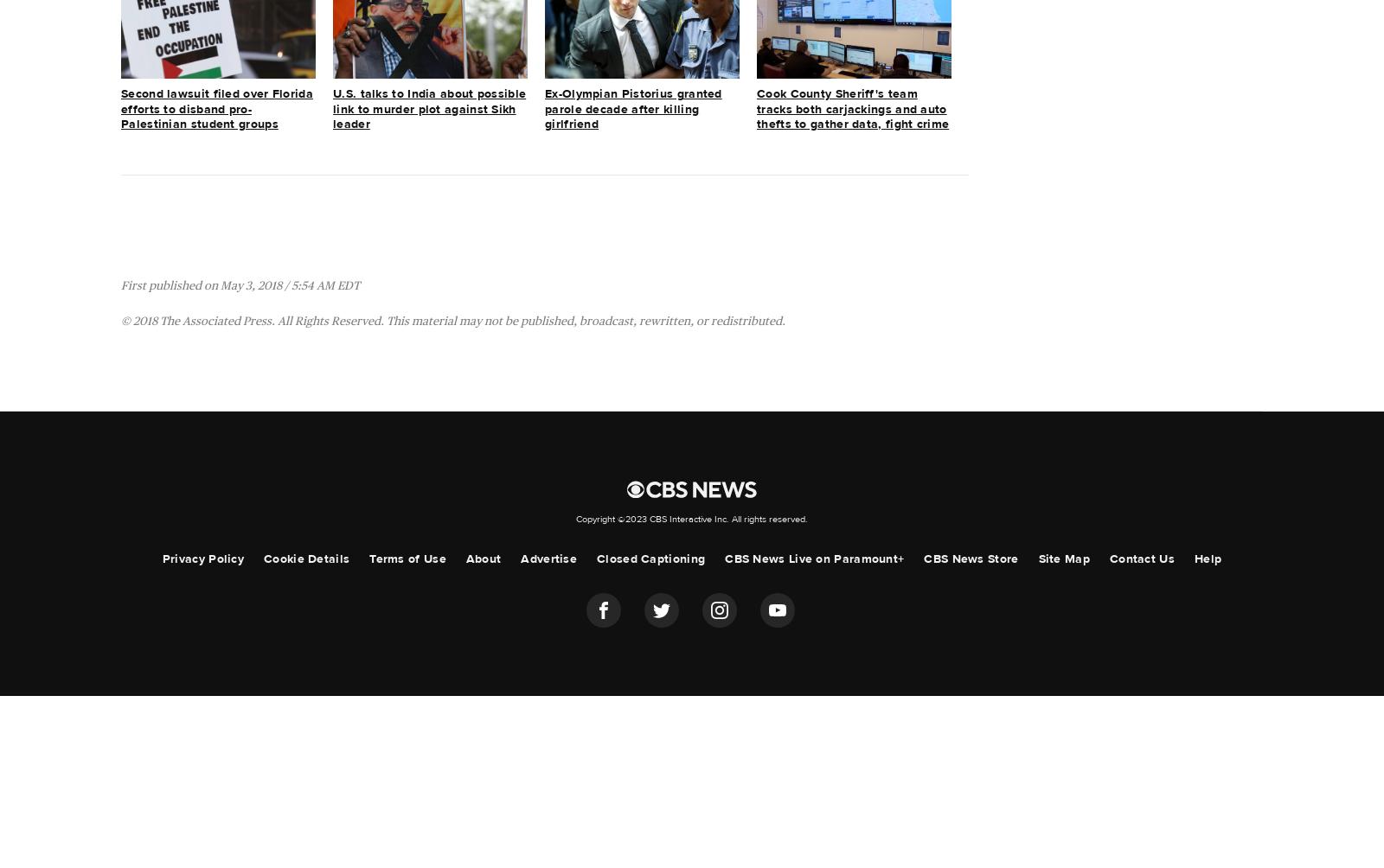 The height and width of the screenshot is (868, 1384). Describe the element at coordinates (1038, 557) in the screenshot. I see `'Site Map'` at that location.